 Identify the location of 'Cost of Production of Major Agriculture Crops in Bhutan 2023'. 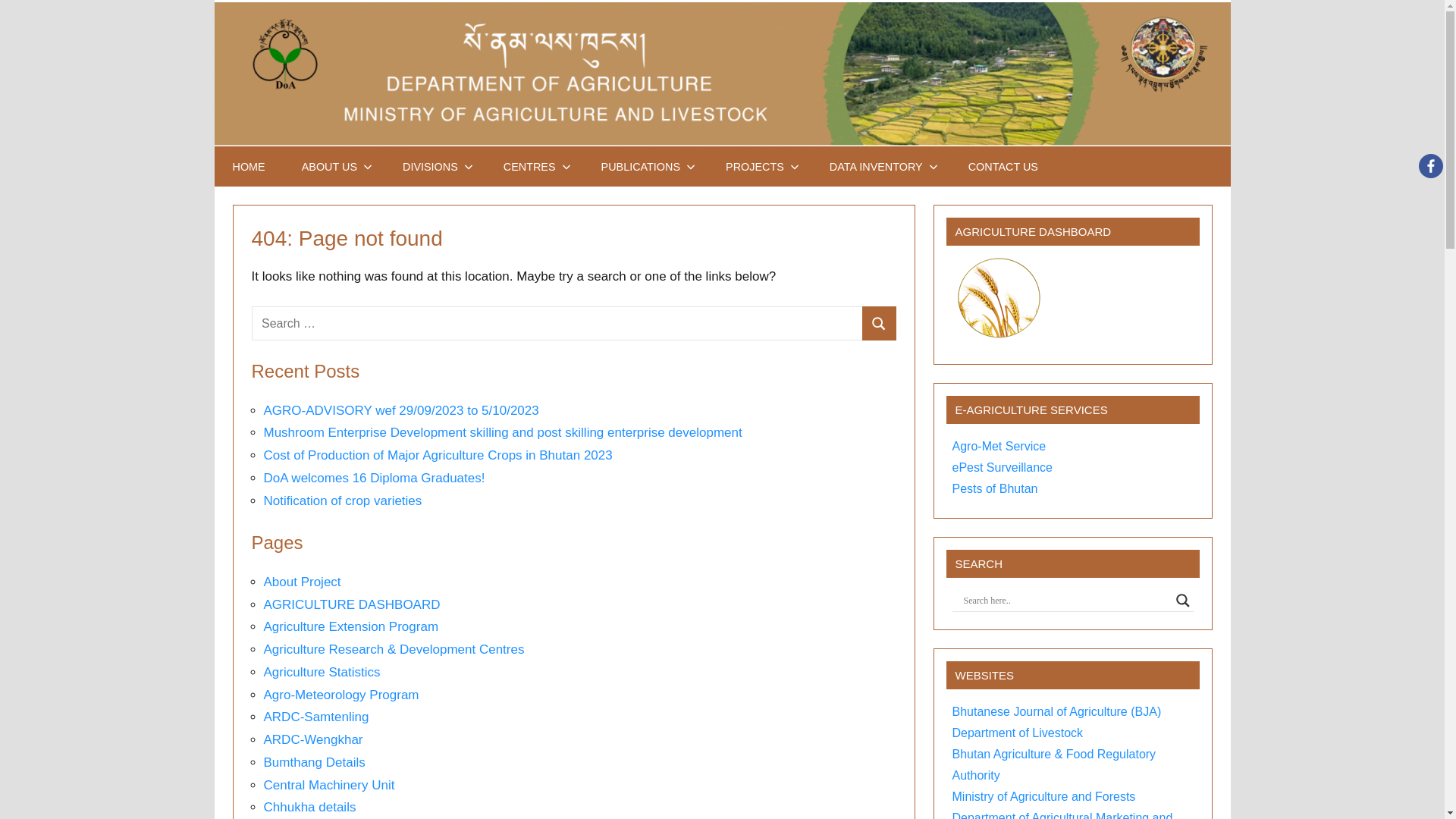
(437, 454).